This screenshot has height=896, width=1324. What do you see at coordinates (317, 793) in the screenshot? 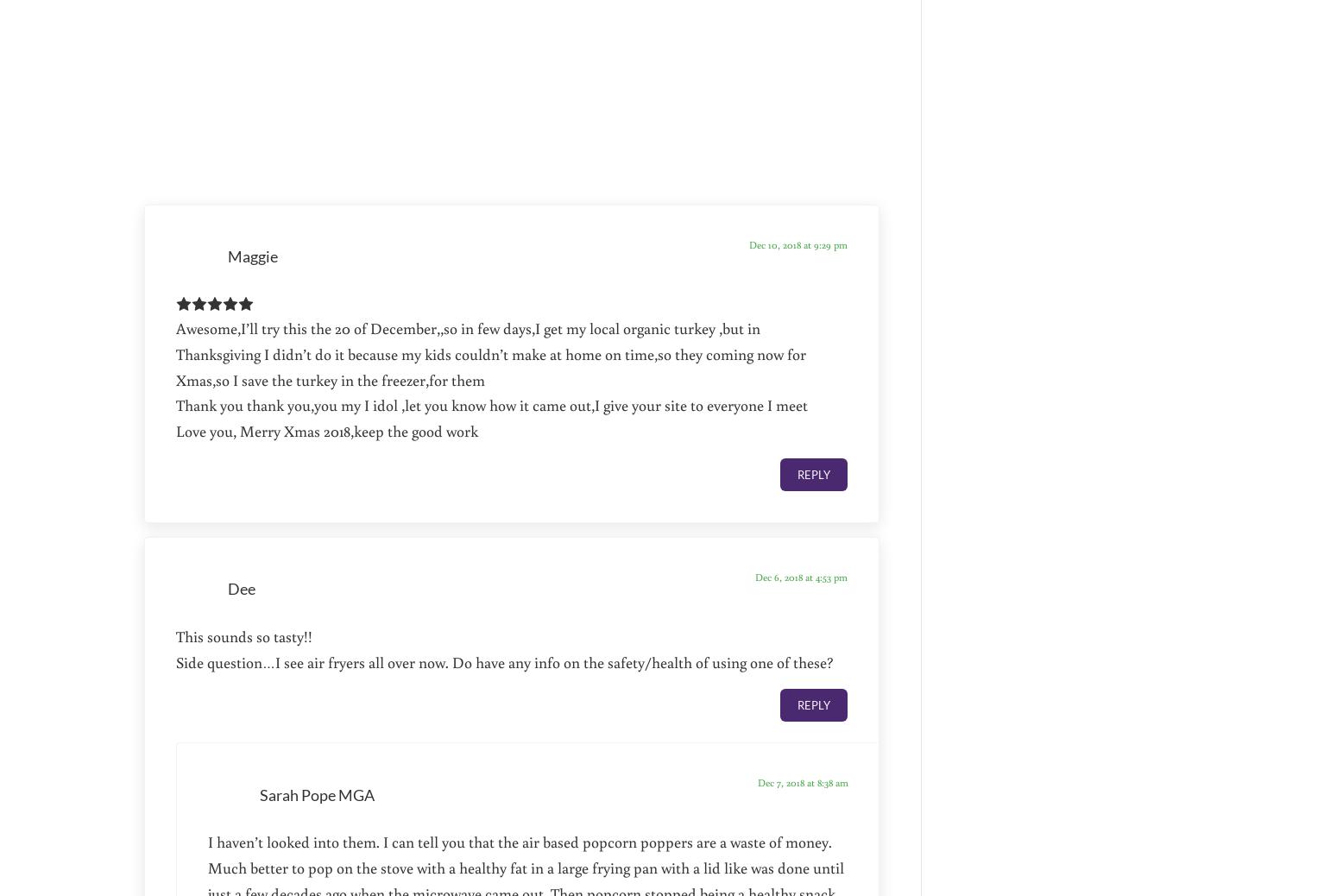
I see `'Sarah Pope MGA'` at bounding box center [317, 793].